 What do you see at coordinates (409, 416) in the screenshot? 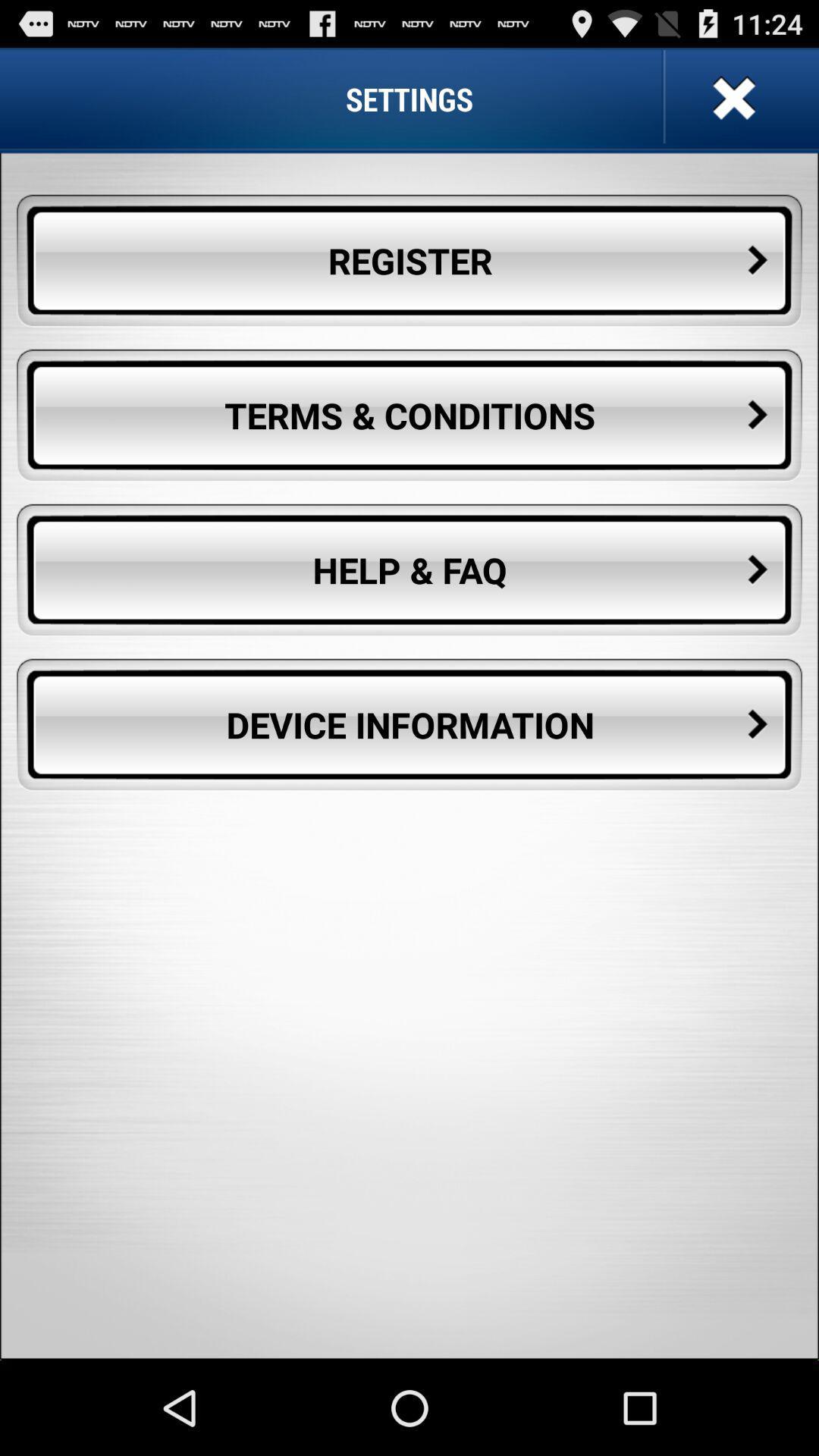
I see `button above help & faq` at bounding box center [409, 416].